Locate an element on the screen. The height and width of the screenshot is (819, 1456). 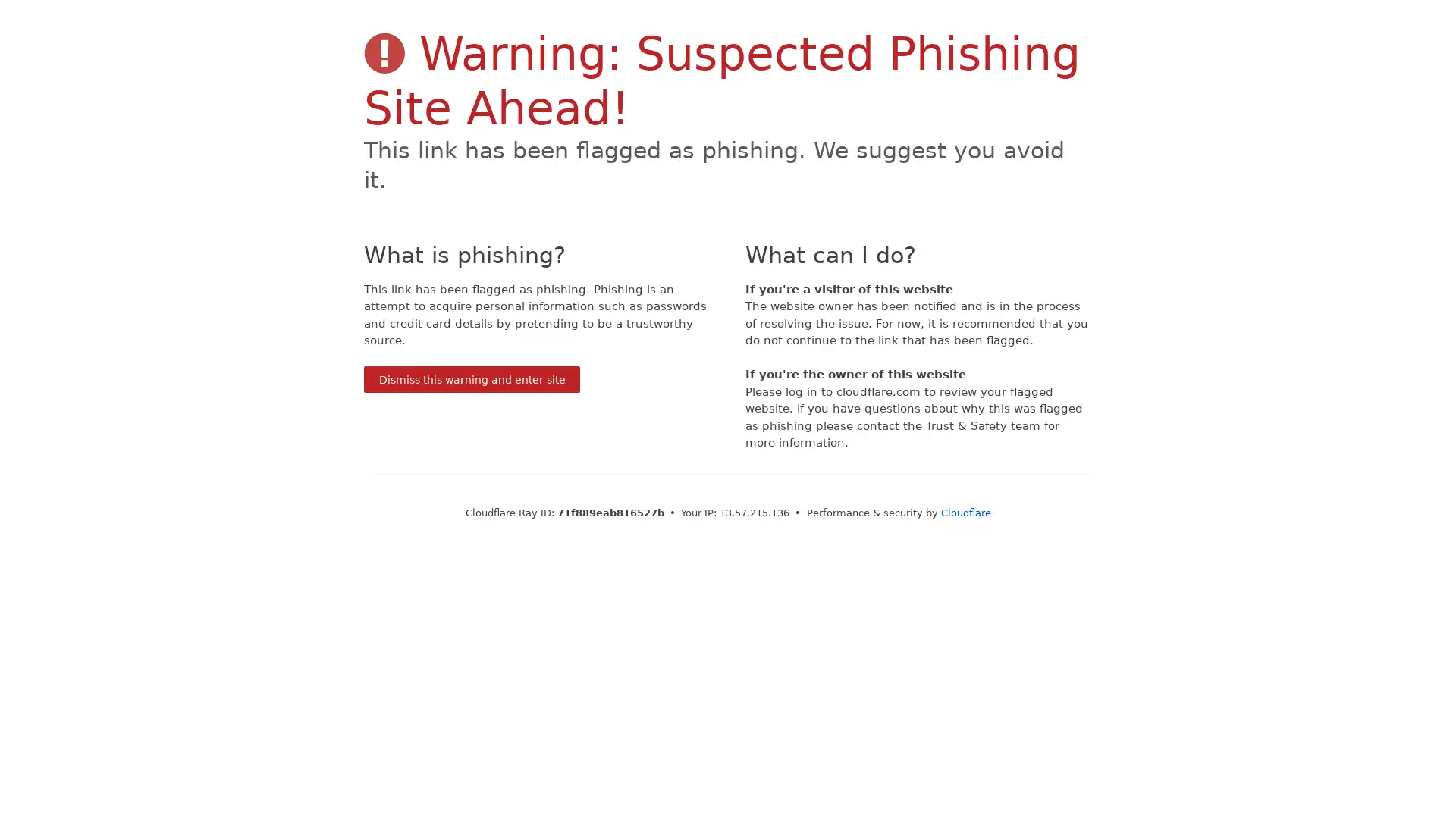
Dismiss this warning and enter site is located at coordinates (471, 378).